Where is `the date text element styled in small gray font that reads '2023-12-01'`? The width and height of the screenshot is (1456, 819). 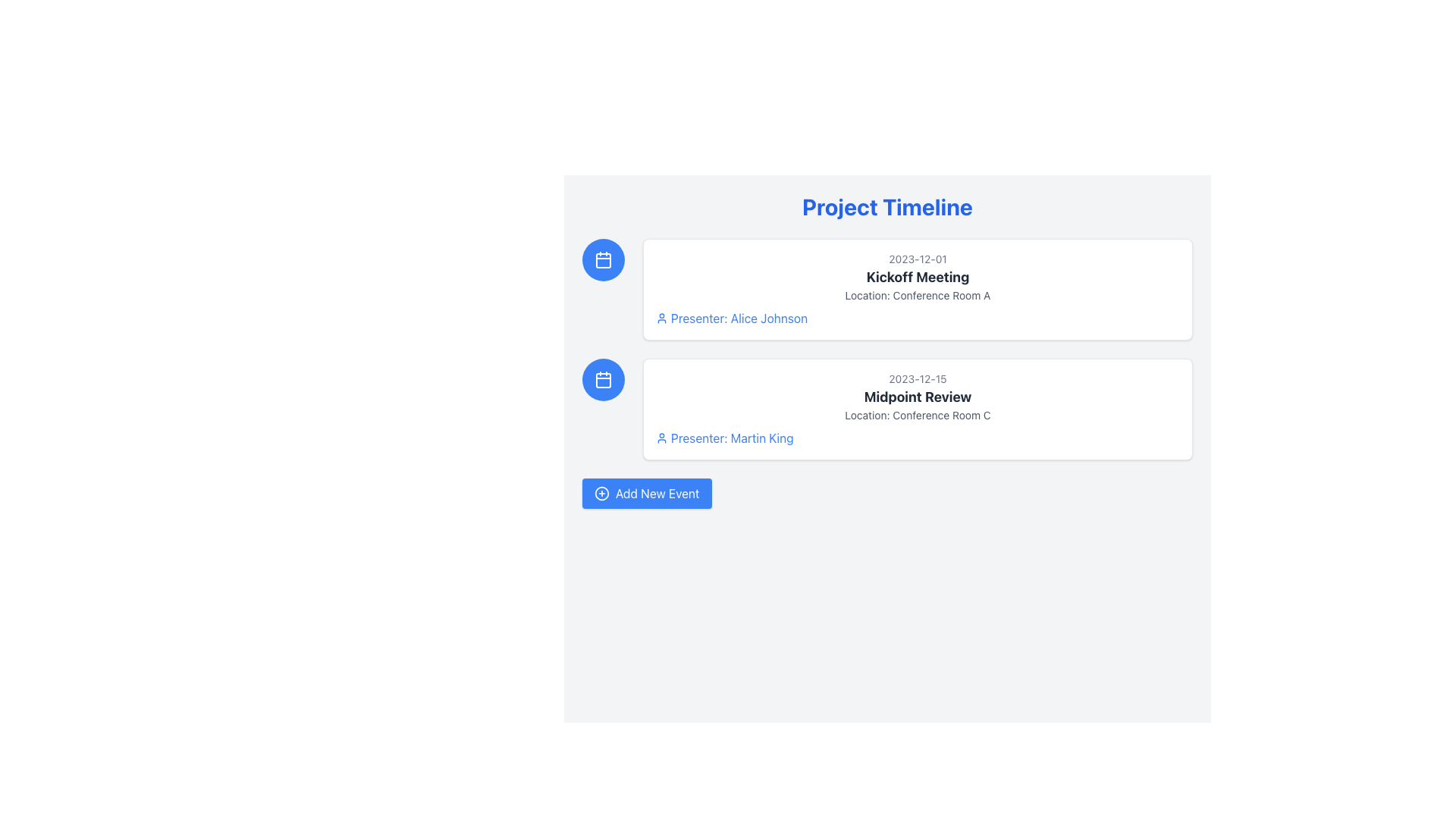
the date text element styled in small gray font that reads '2023-12-01' is located at coordinates (917, 259).